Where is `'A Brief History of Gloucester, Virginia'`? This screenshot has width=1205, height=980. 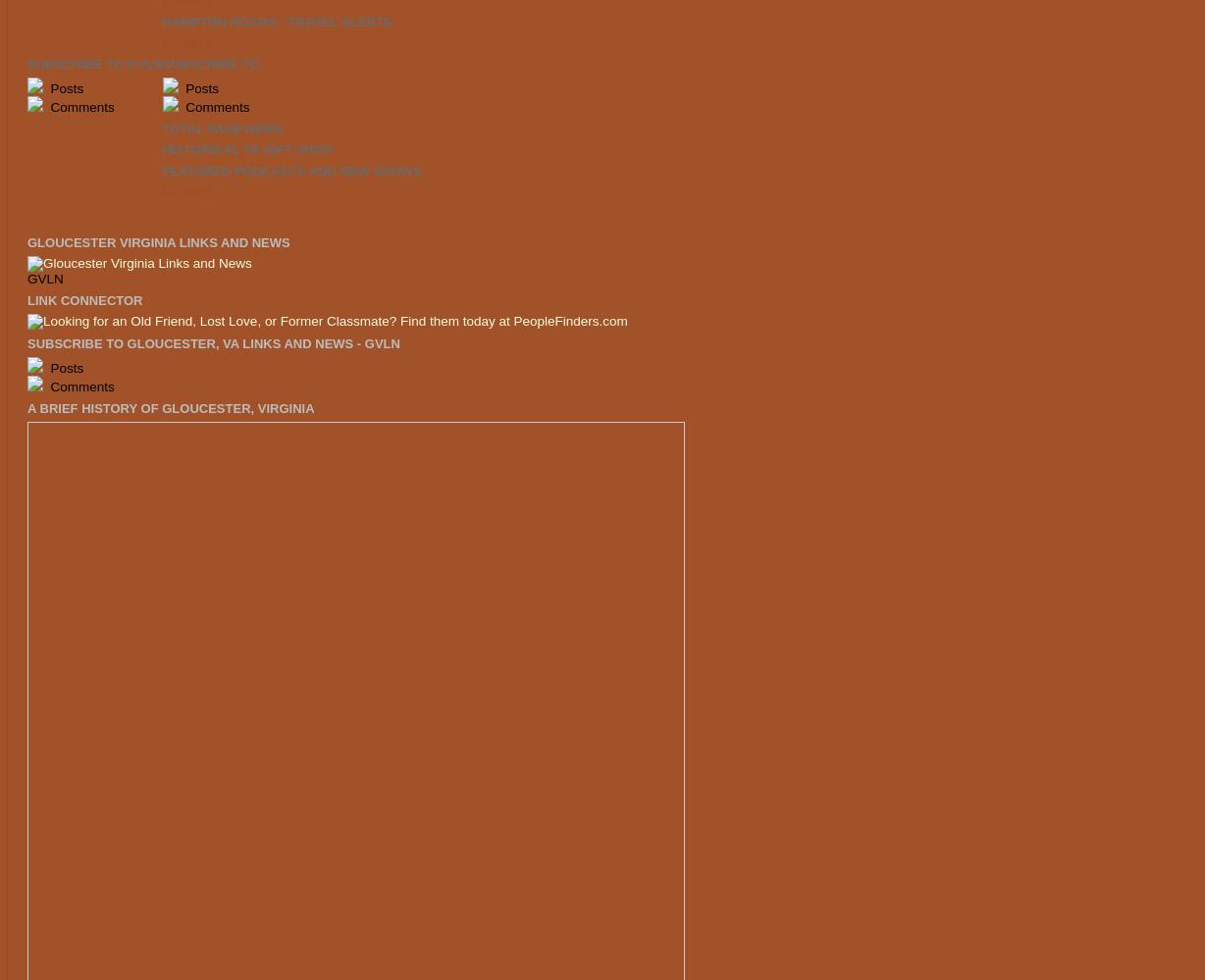
'A Brief History of Gloucester, Virginia' is located at coordinates (170, 406).